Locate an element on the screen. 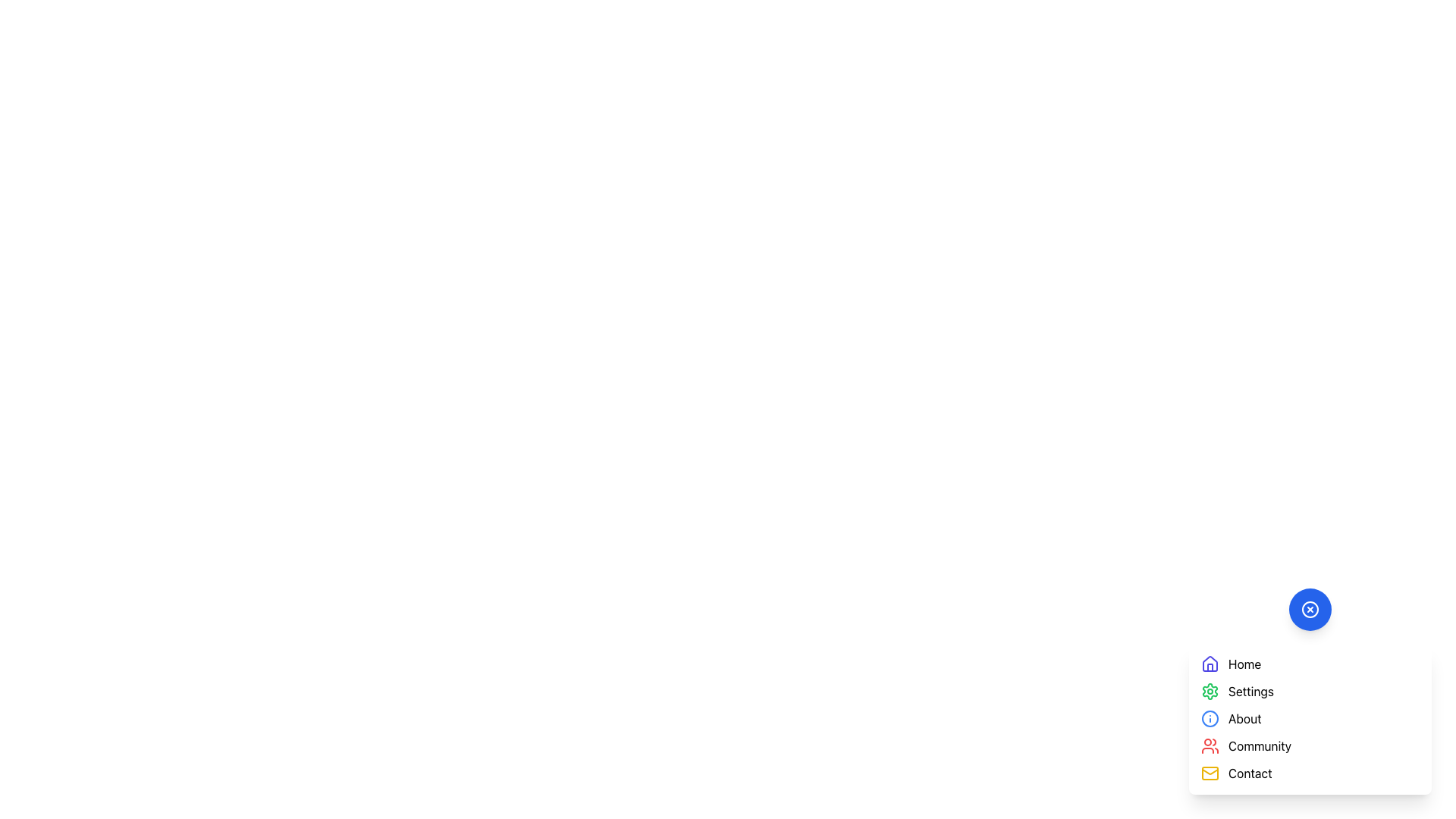  styling of the circular background of the floating action button located near the bottom-right corner of the main interface is located at coordinates (1210, 718).